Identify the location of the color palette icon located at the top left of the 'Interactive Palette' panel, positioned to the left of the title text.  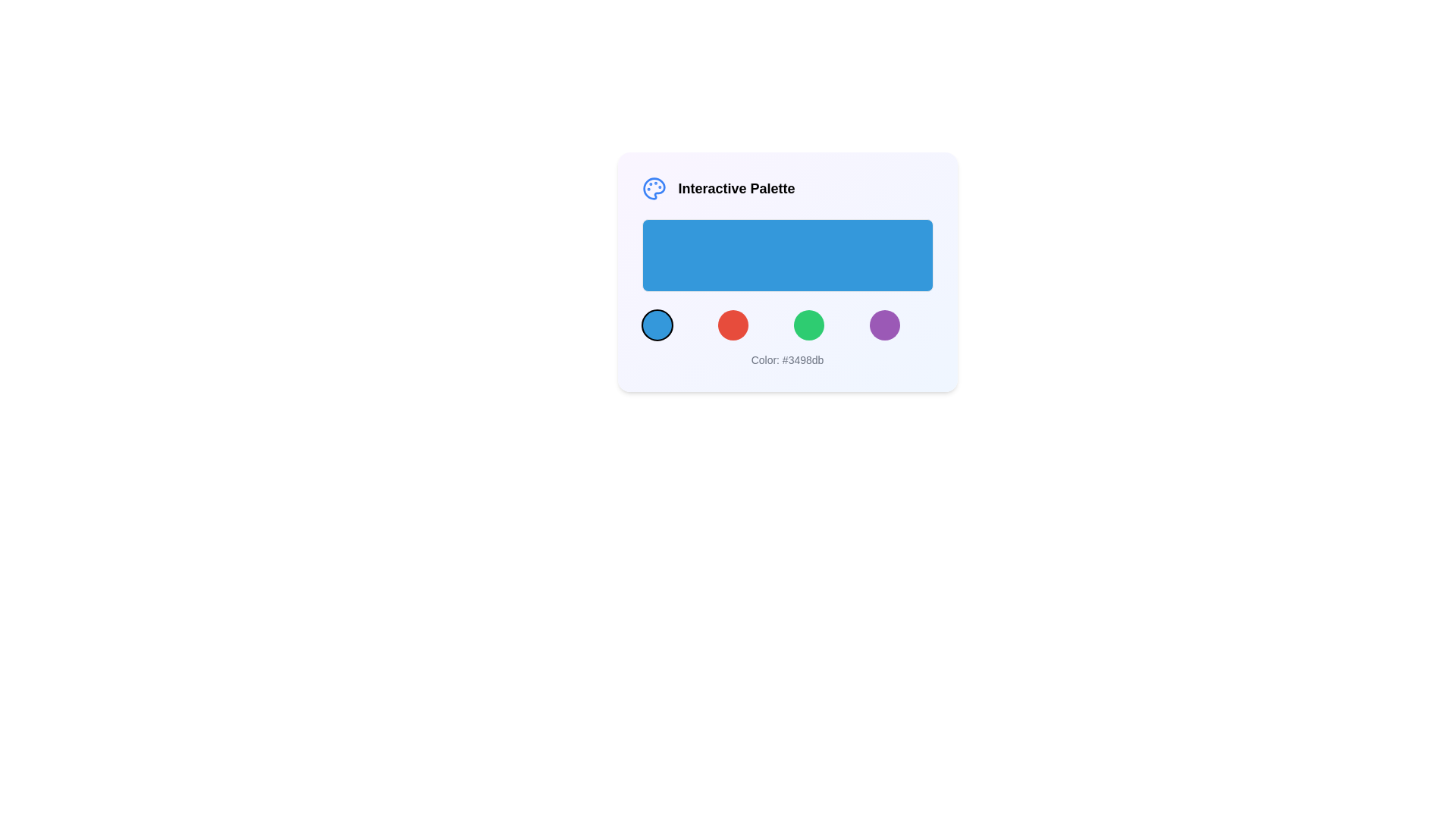
(654, 188).